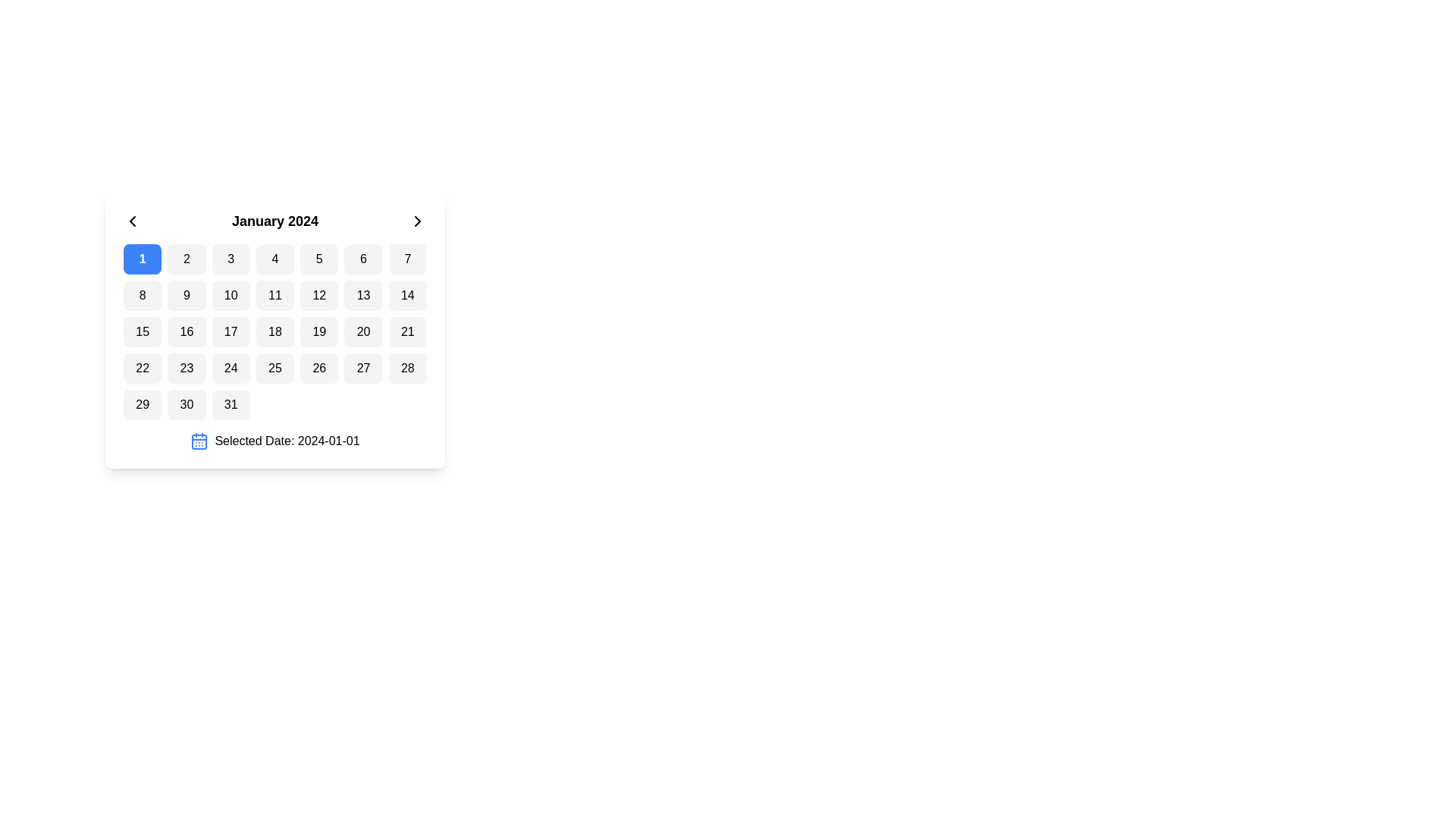  What do you see at coordinates (407, 295) in the screenshot?
I see `the Calendar Day Cell displaying the number '14' which is located in the second row and seventh column of the month grid` at bounding box center [407, 295].